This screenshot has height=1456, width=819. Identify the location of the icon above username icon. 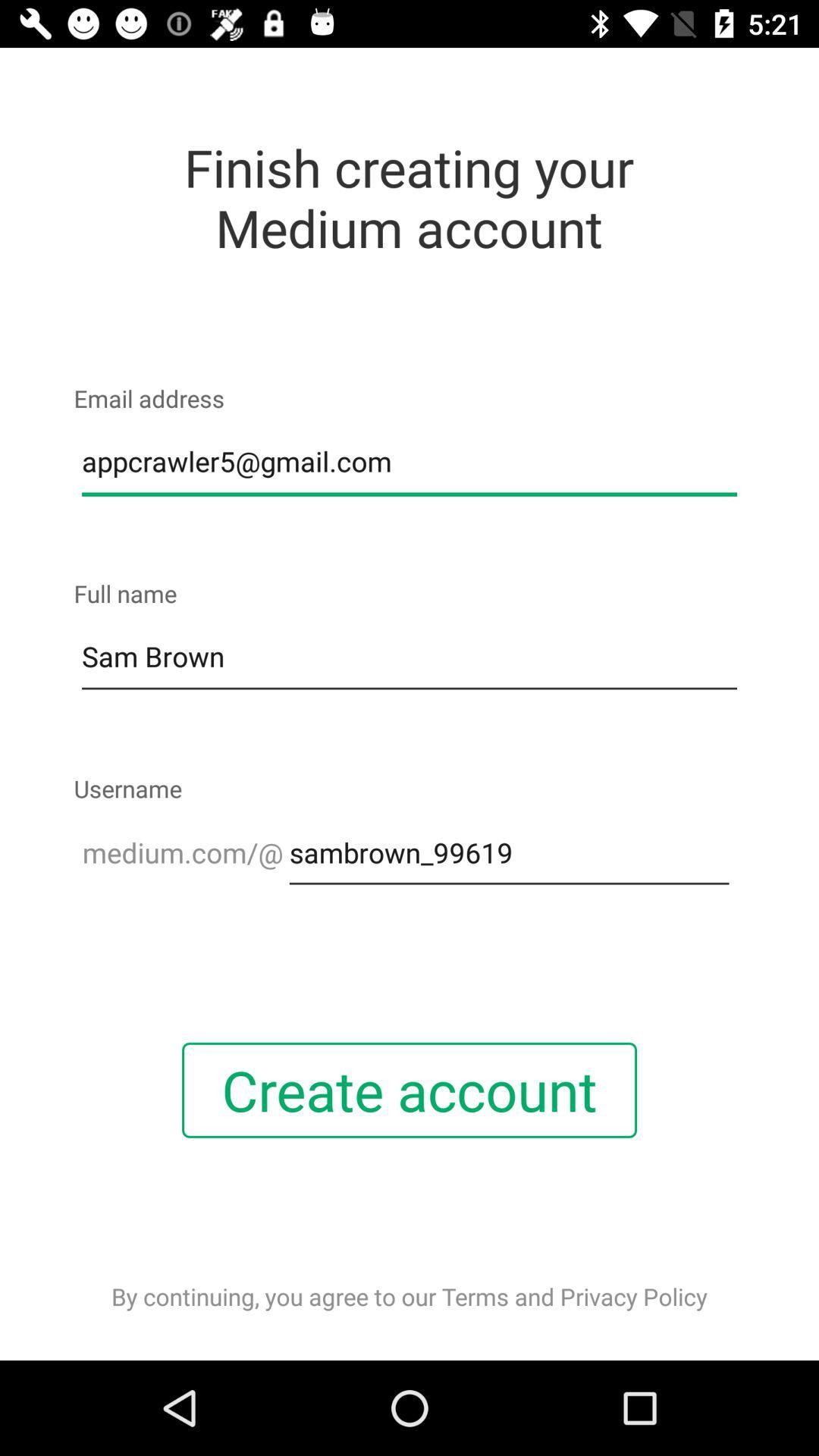
(409, 657).